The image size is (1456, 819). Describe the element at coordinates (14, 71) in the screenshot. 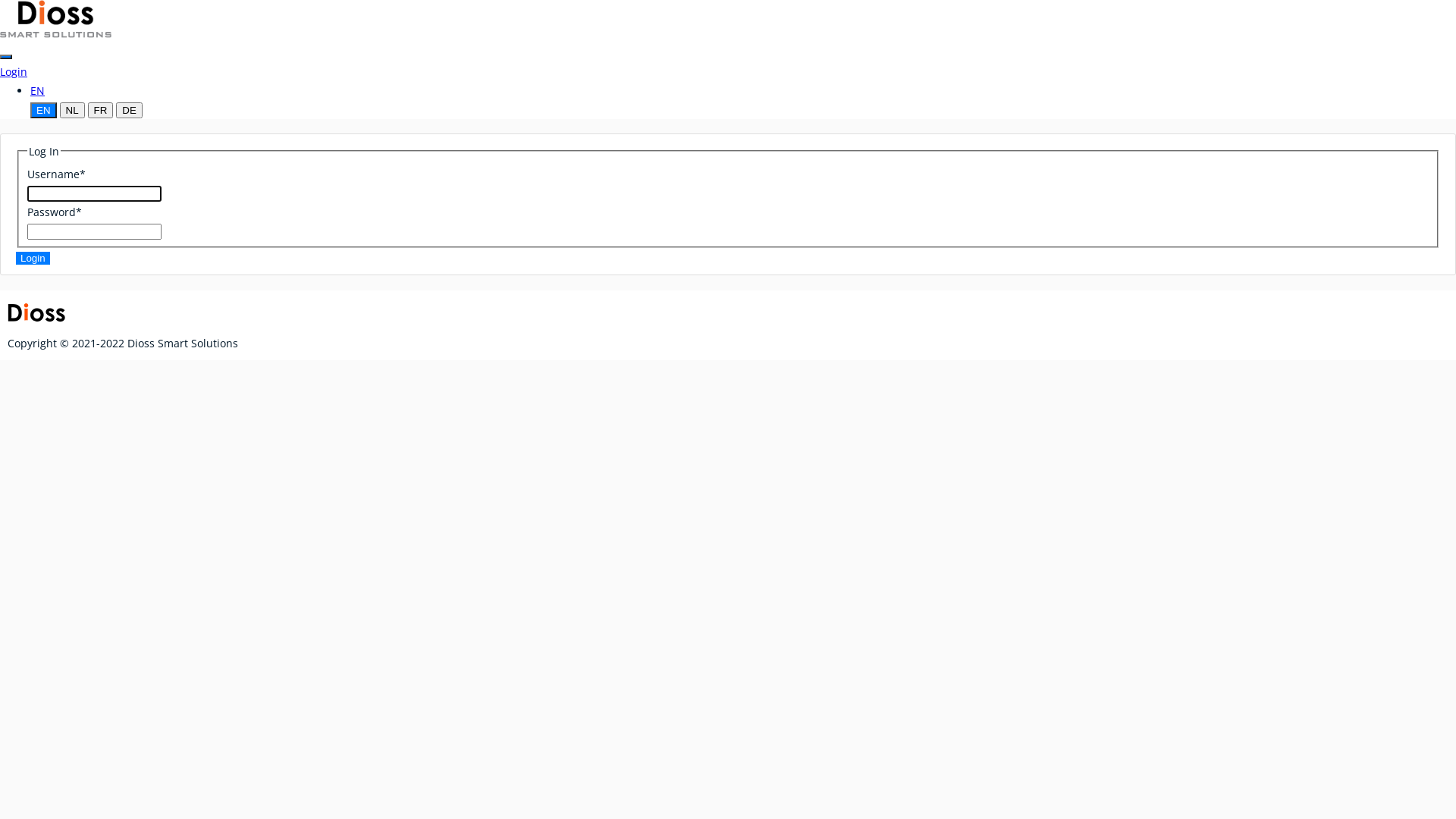

I see `'Login'` at that location.